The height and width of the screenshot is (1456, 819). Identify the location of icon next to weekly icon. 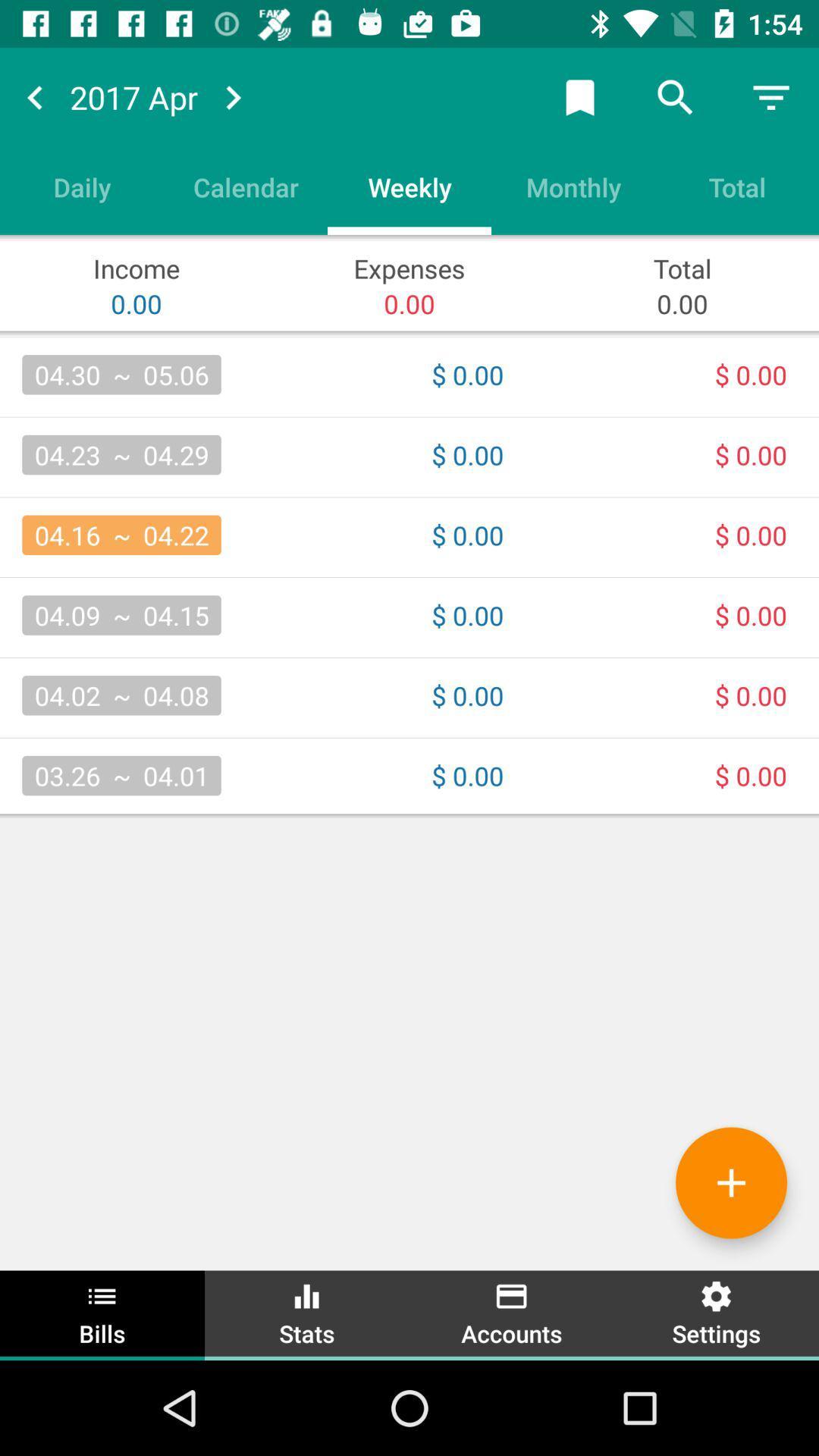
(573, 186).